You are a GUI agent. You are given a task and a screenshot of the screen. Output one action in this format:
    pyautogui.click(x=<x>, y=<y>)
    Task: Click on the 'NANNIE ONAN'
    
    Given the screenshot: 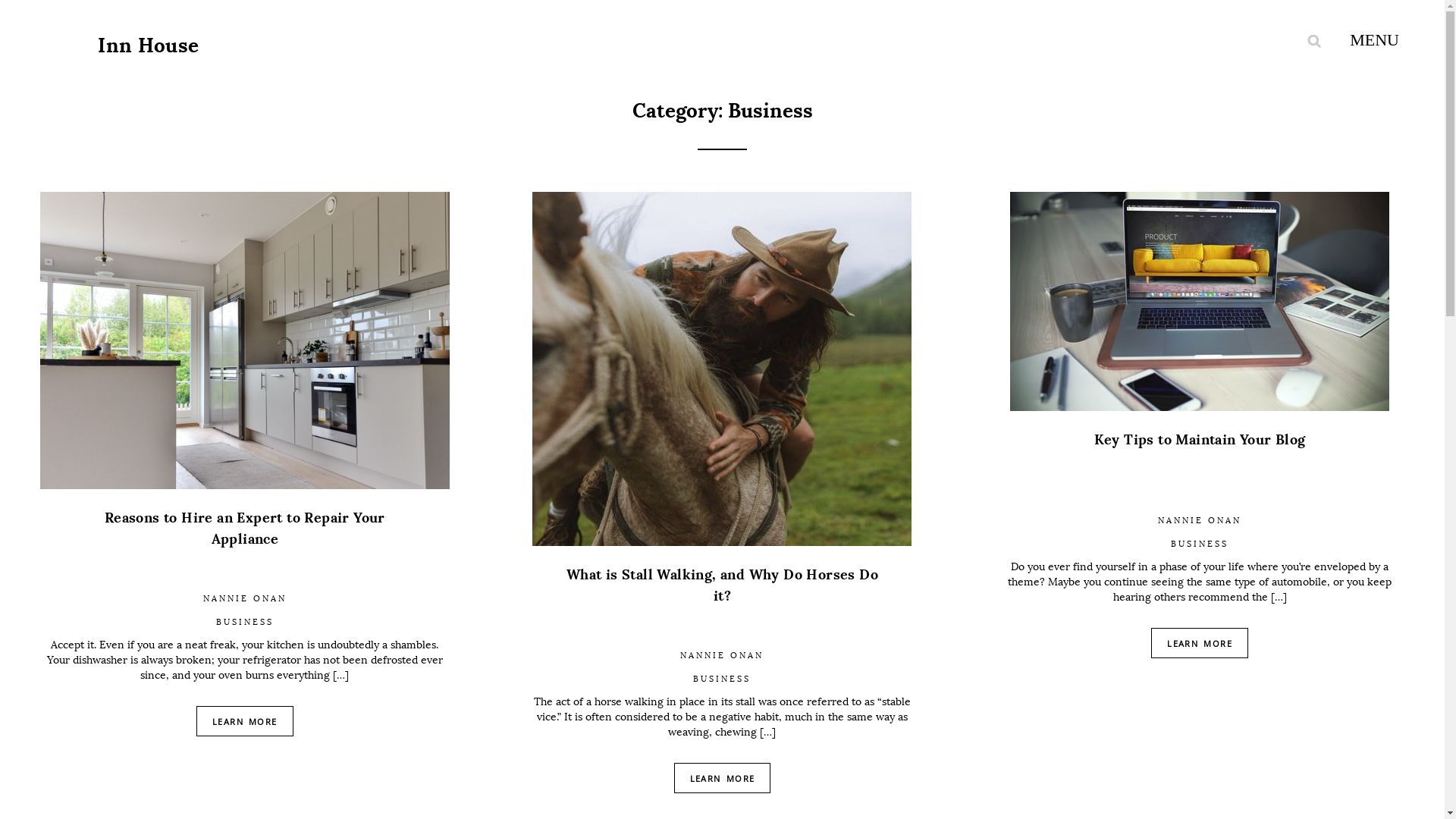 What is the action you would take?
    pyautogui.click(x=720, y=654)
    